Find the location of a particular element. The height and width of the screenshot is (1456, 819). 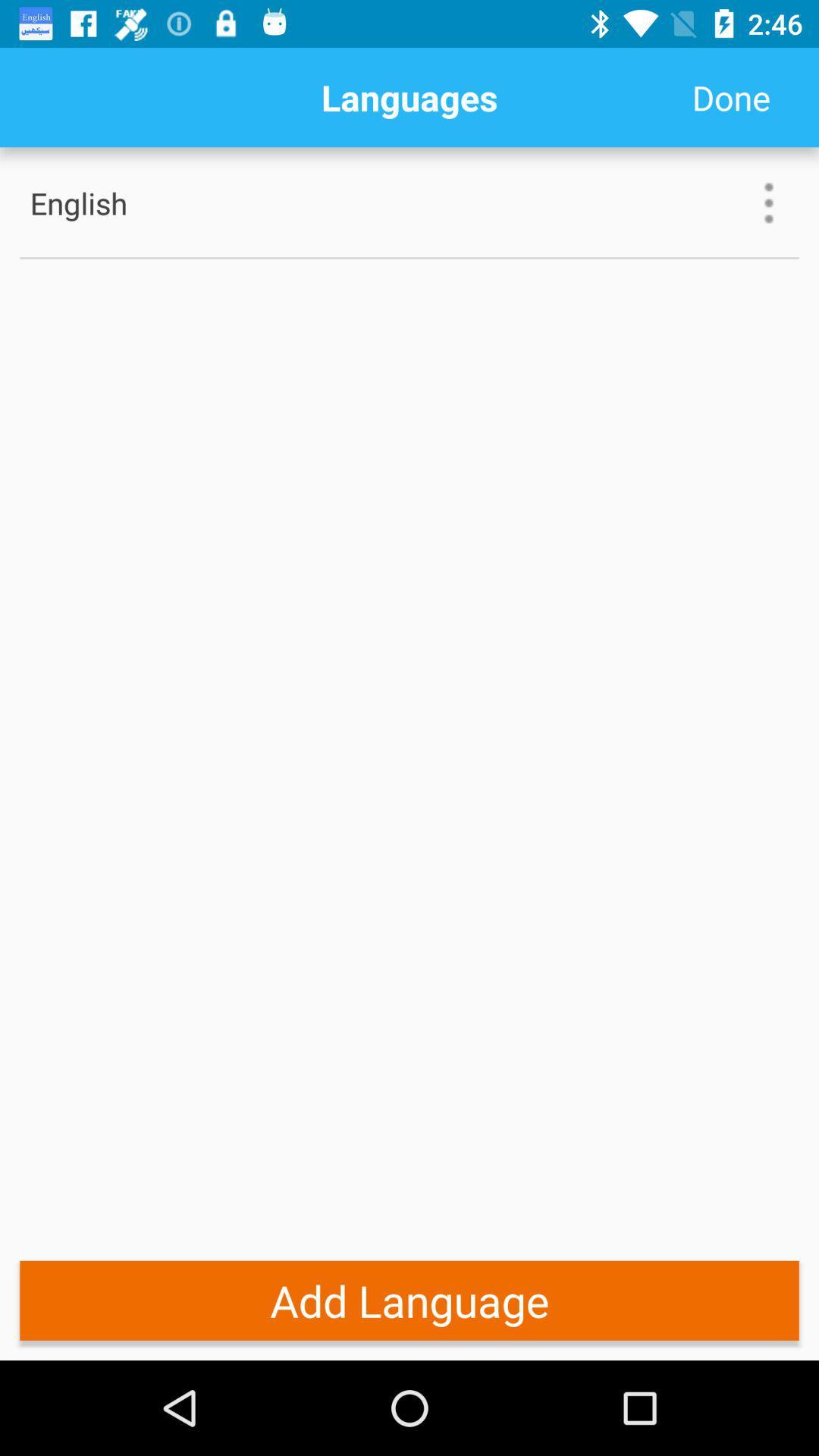

the item next to the languages is located at coordinates (730, 96).